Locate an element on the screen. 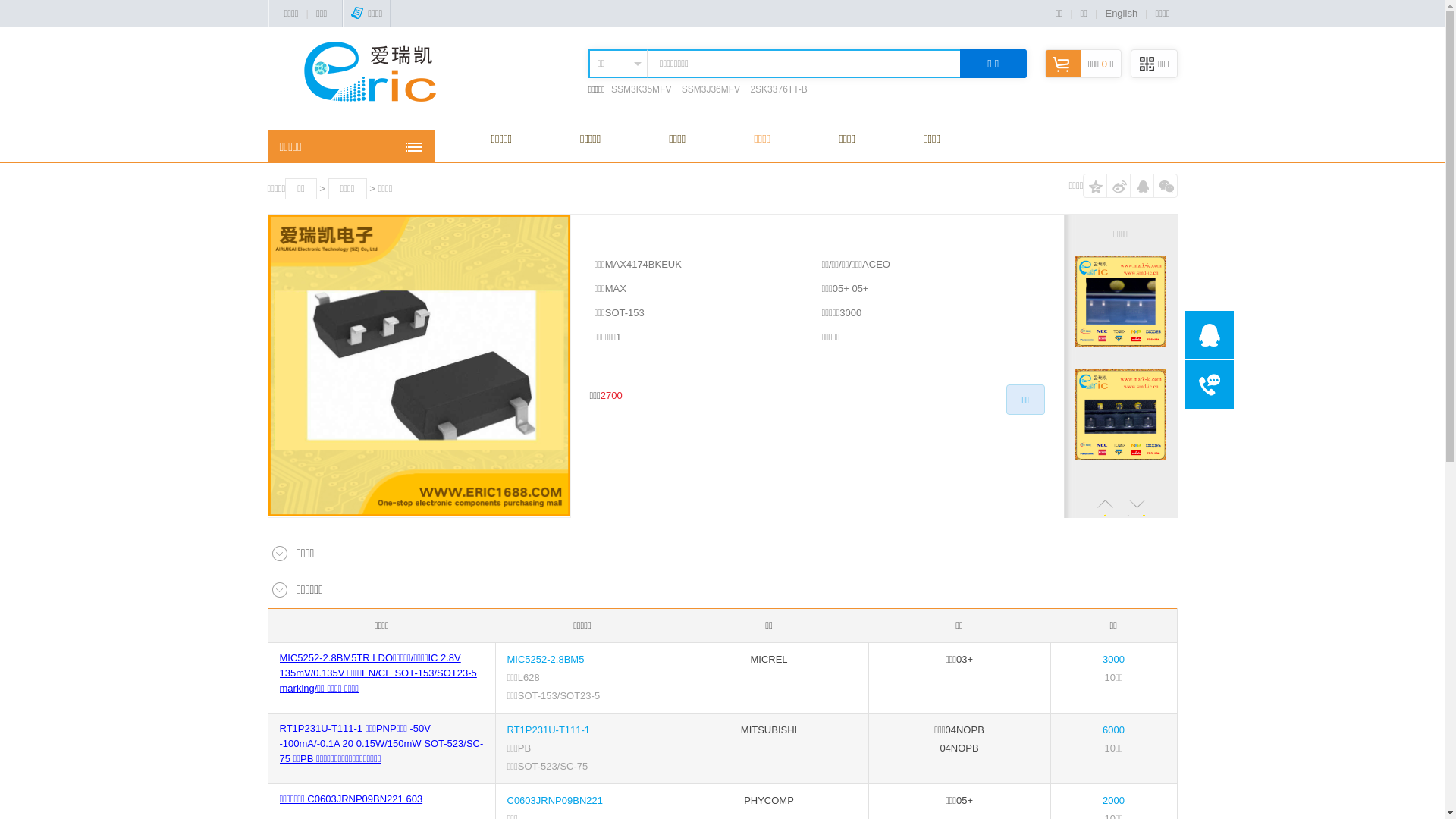 This screenshot has height=819, width=1456. 'English' is located at coordinates (1121, 13).